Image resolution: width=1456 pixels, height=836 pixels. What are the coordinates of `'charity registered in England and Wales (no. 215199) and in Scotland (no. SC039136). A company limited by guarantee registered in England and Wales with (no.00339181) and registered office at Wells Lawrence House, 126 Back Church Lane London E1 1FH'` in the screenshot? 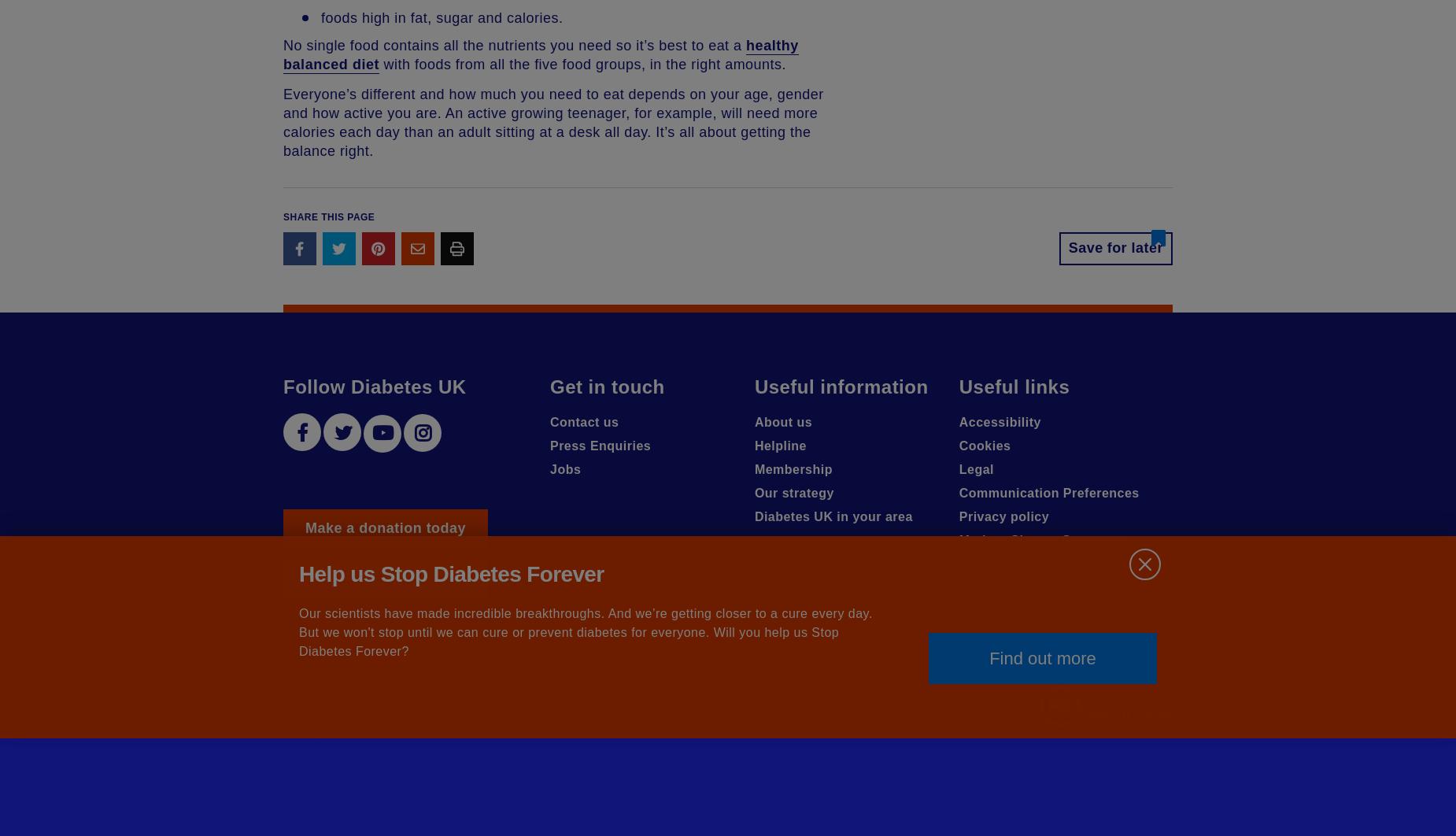 It's located at (283, 712).